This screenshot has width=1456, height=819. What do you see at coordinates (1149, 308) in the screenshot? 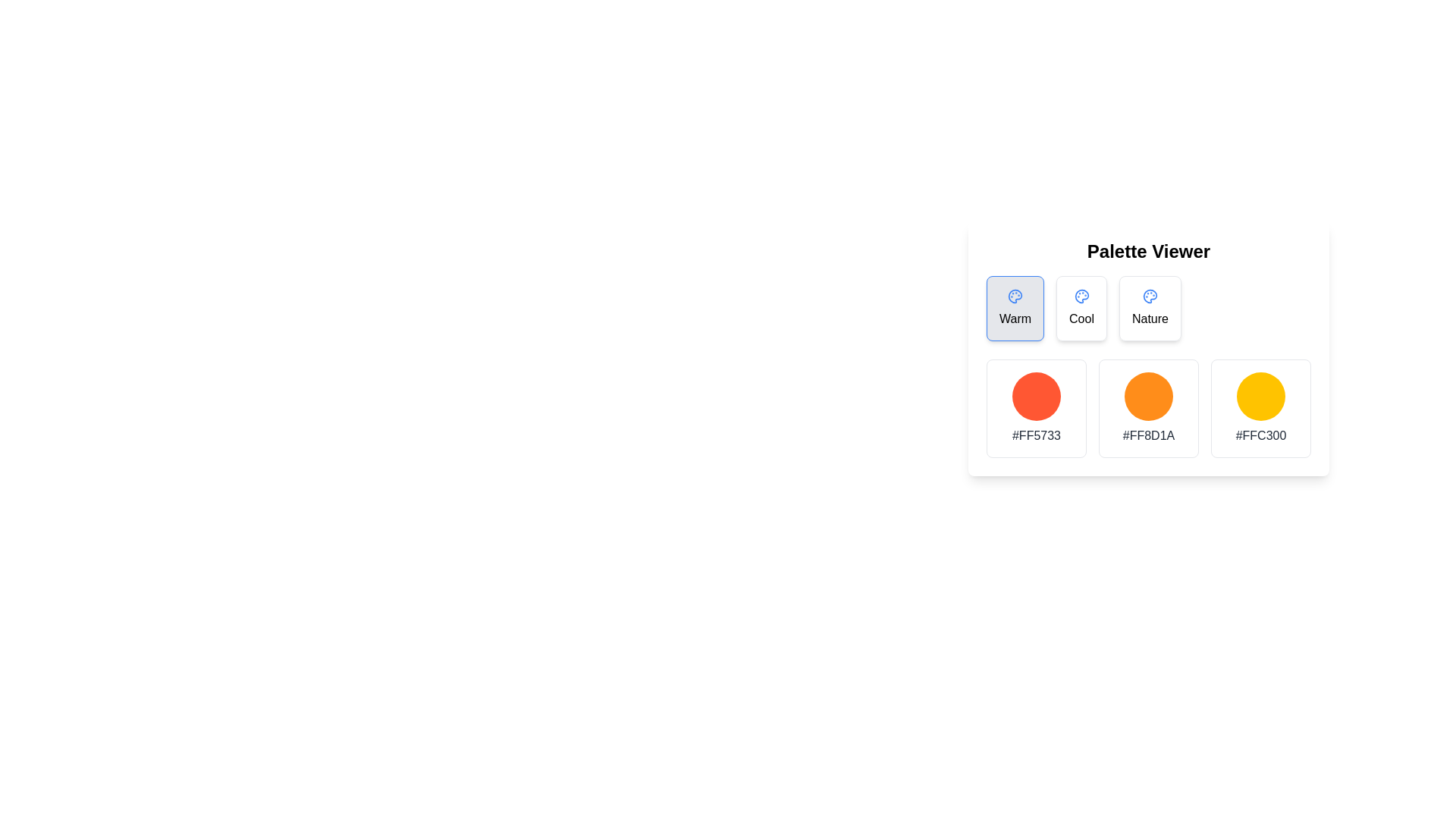
I see `the clickable card labeled 'Nature' which is the third card in a row of three cards beneath the 'Palette Viewer' heading` at bounding box center [1149, 308].